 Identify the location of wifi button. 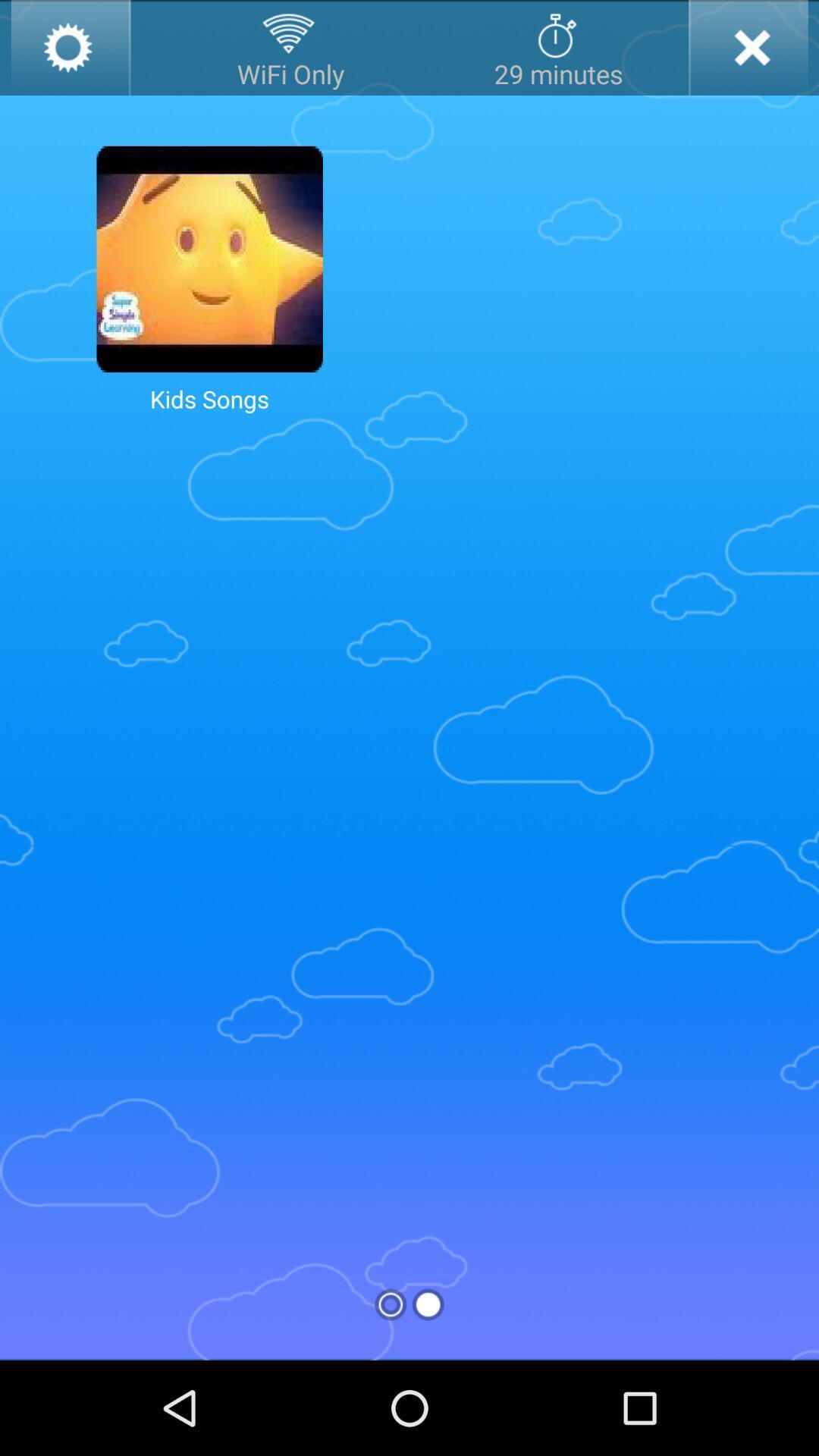
(290, 47).